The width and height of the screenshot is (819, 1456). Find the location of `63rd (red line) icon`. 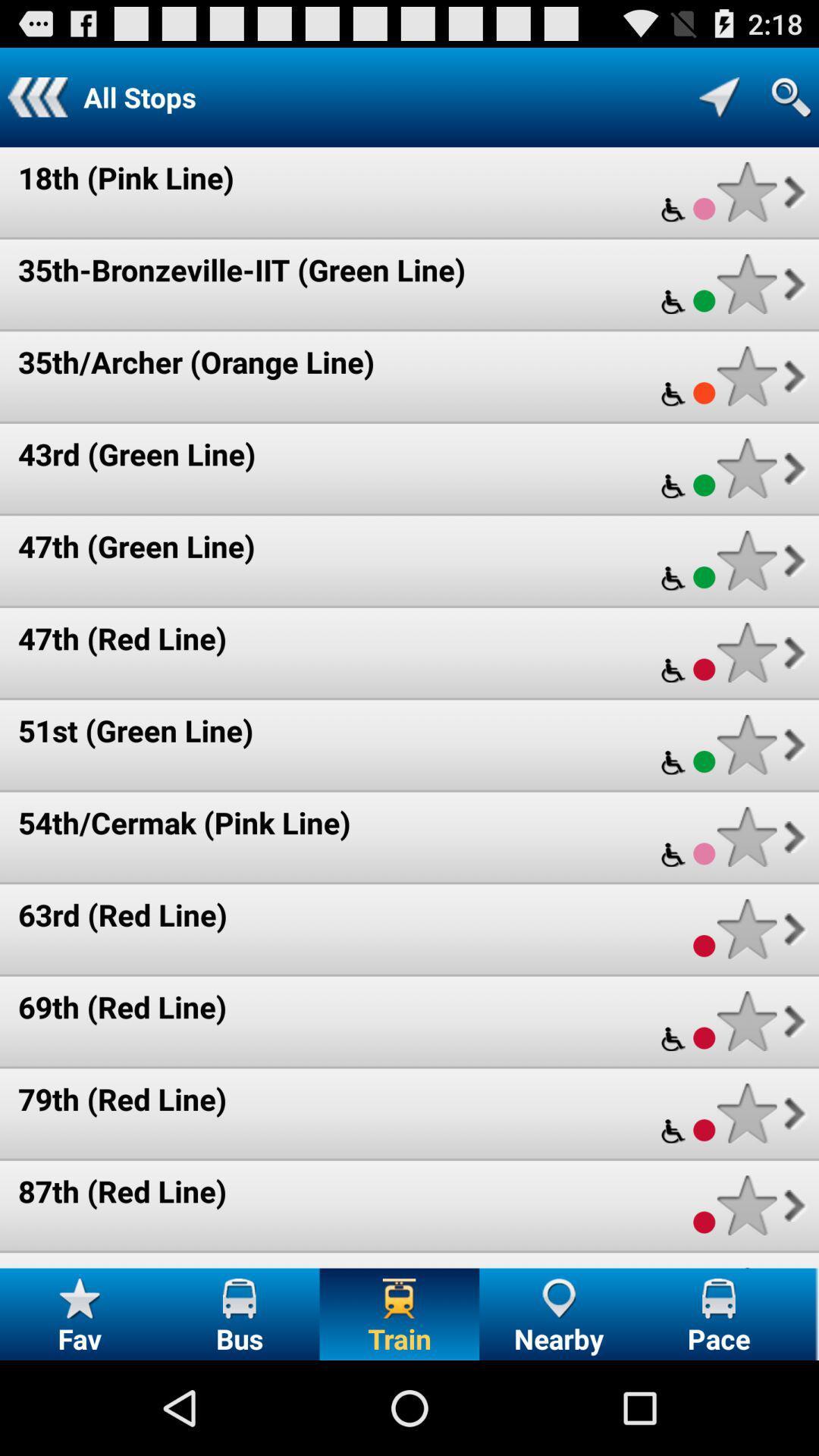

63rd (red line) icon is located at coordinates (122, 914).